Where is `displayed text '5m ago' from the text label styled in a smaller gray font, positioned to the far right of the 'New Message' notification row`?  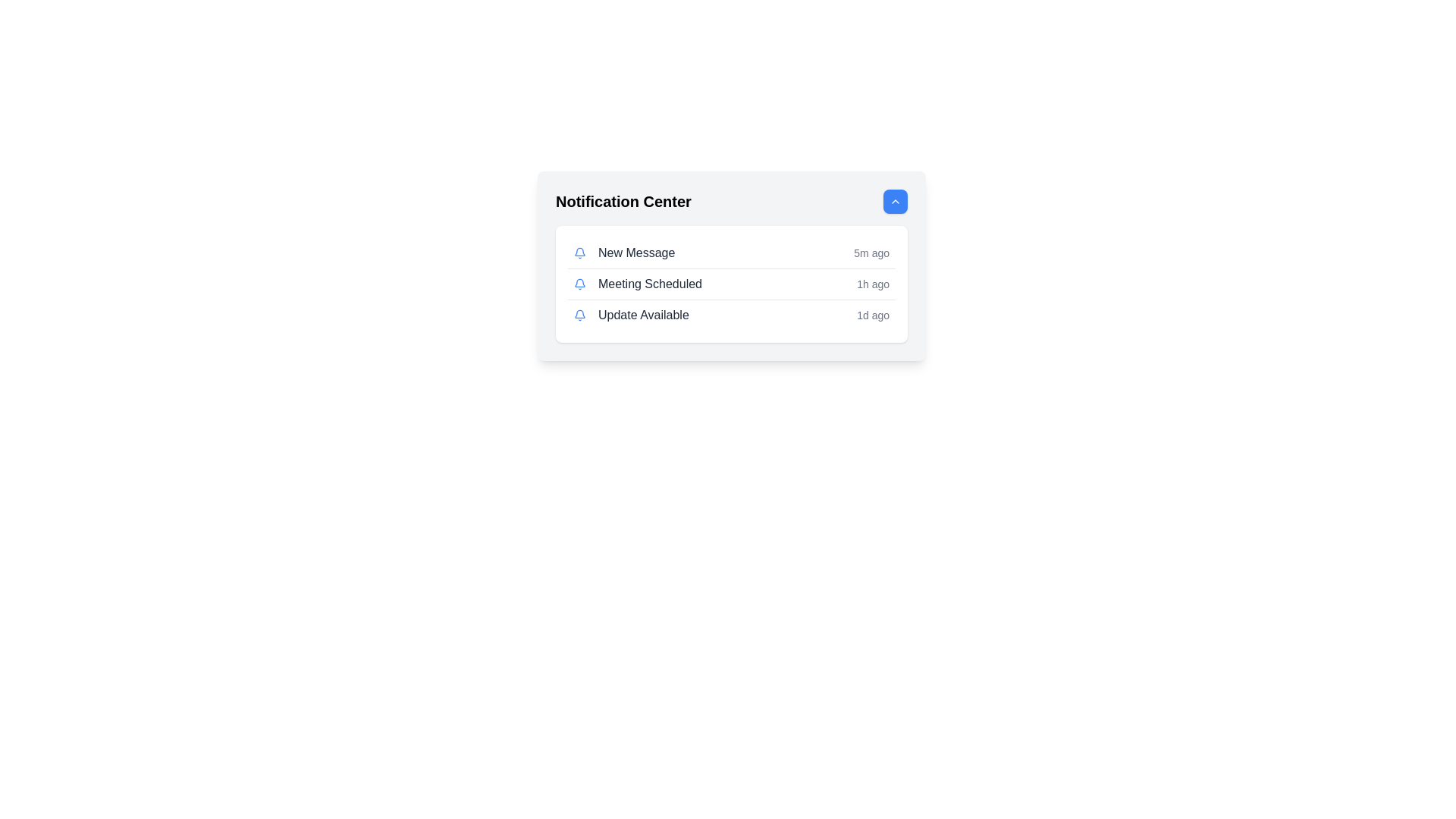
displayed text '5m ago' from the text label styled in a smaller gray font, positioned to the far right of the 'New Message' notification row is located at coordinates (871, 253).